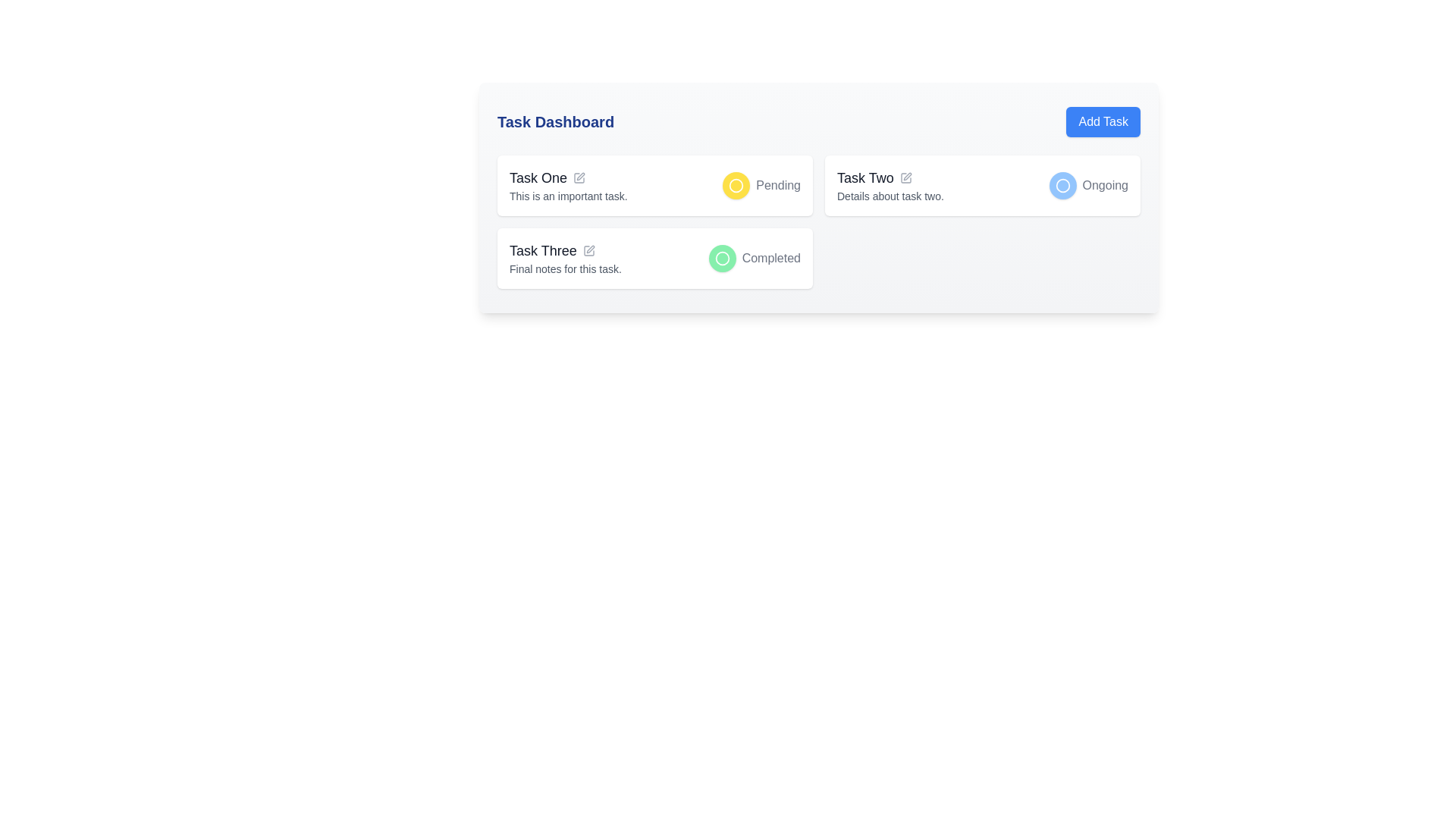 Image resolution: width=1456 pixels, height=819 pixels. What do you see at coordinates (890, 195) in the screenshot?
I see `the text label reading 'Details about task two.' which is styled in a small, gray font and located below the title 'Task Two' in the task card` at bounding box center [890, 195].